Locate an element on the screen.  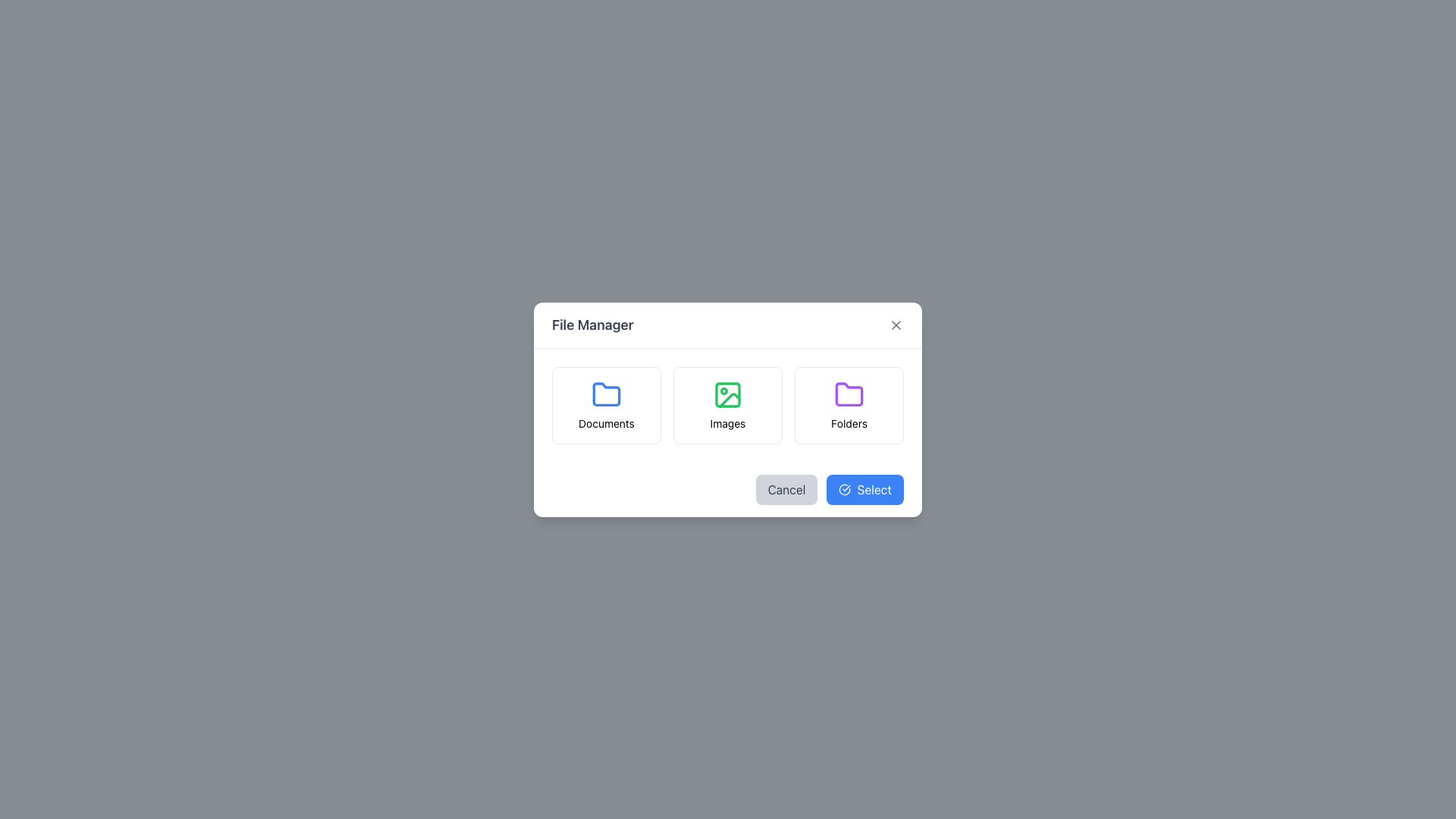
the image icon within the 'Images' section of the file manager, which is framed with a green outline and depicts a photo symbol is located at coordinates (728, 394).